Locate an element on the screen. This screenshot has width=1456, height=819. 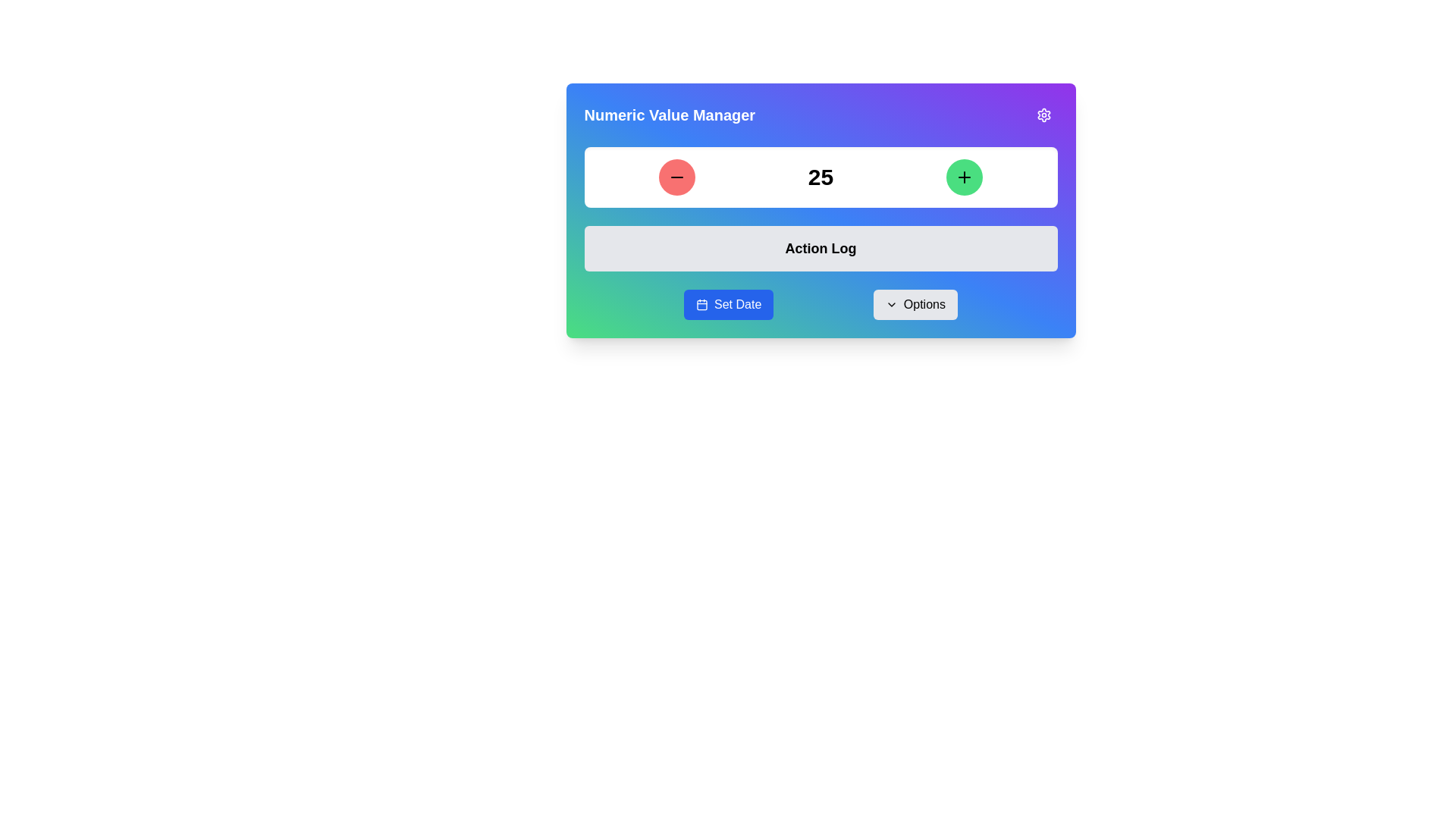
the 'Set Date' button located in the bottom section of the 'Numeric Value Manager' card is located at coordinates (729, 304).